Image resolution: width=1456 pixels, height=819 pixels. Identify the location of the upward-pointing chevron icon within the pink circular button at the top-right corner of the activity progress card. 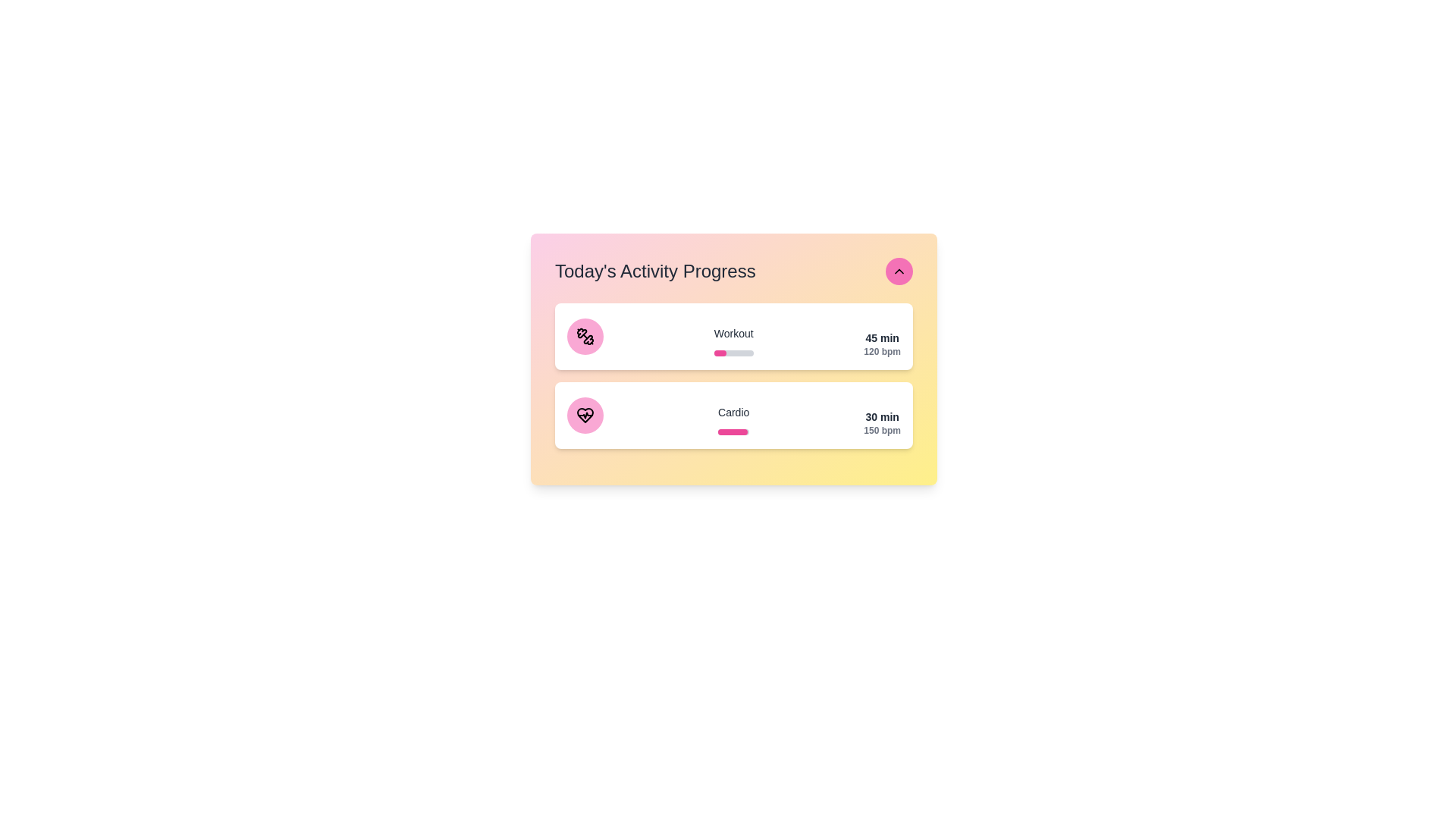
(899, 271).